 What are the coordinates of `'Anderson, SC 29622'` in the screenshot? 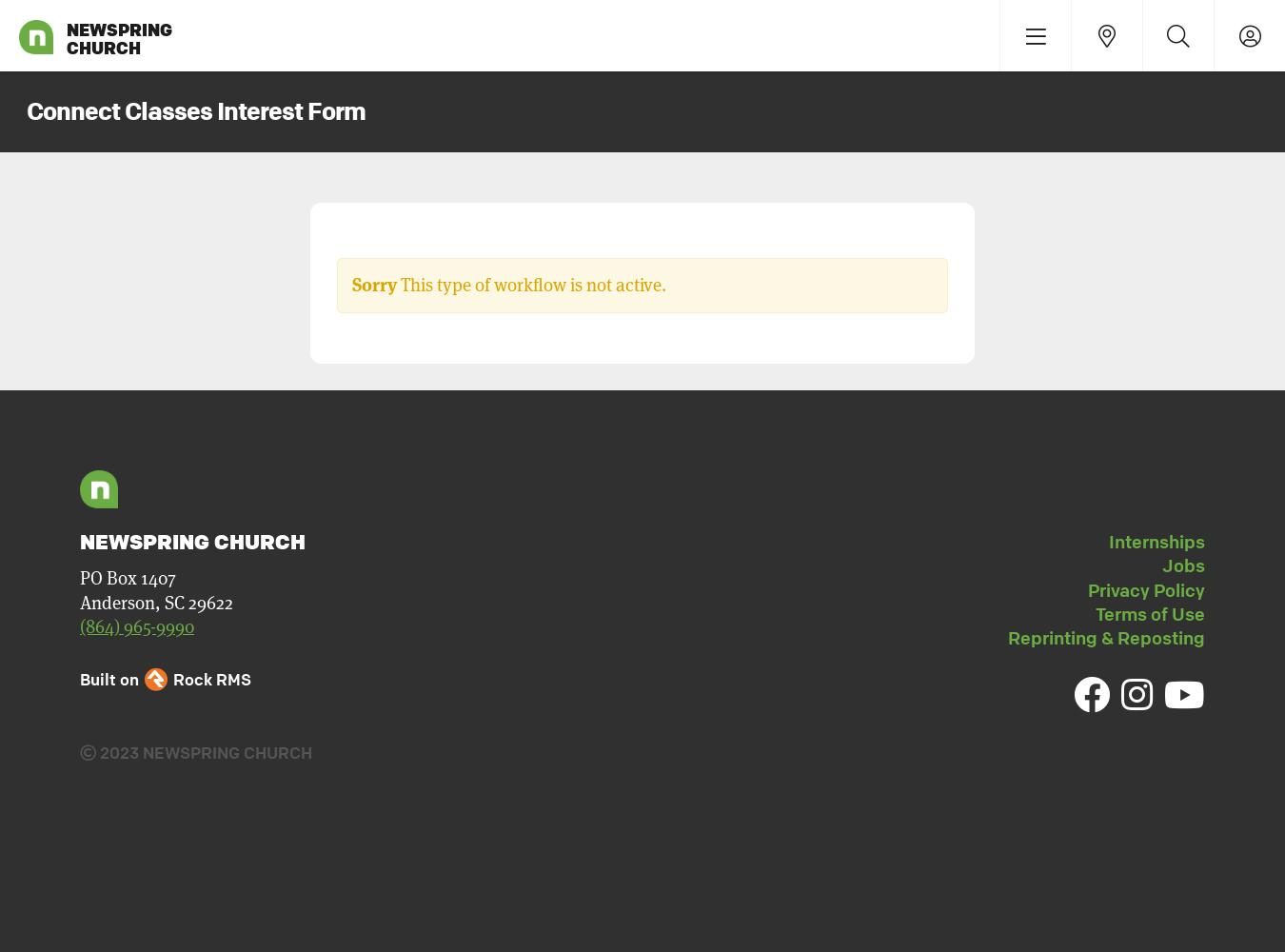 It's located at (156, 602).